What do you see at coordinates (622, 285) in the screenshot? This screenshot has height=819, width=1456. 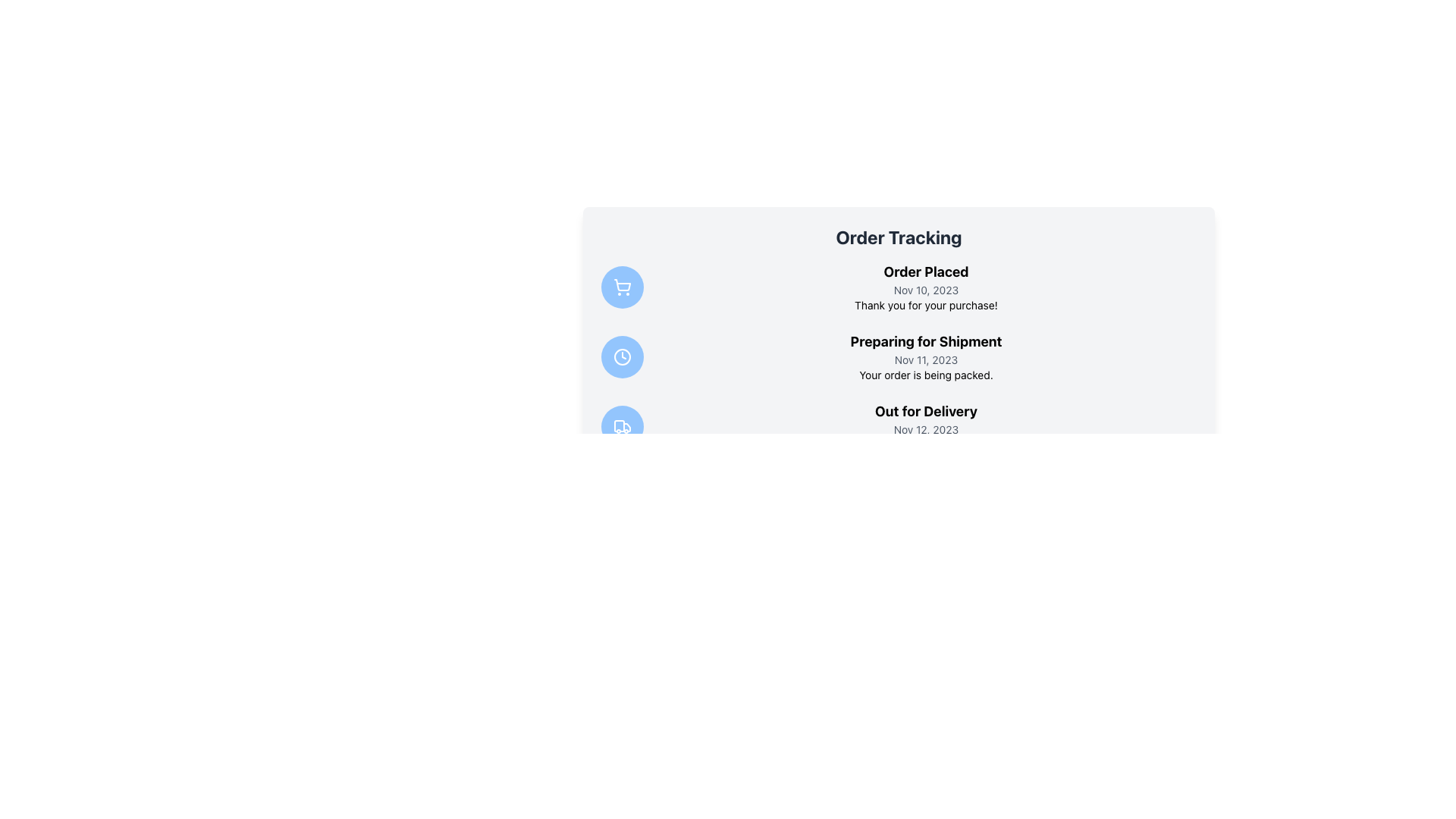 I see `the 'Order Placed' status icon, which is the topmost element in the vertical list of icons on the left side of the order tracking interface` at bounding box center [622, 285].